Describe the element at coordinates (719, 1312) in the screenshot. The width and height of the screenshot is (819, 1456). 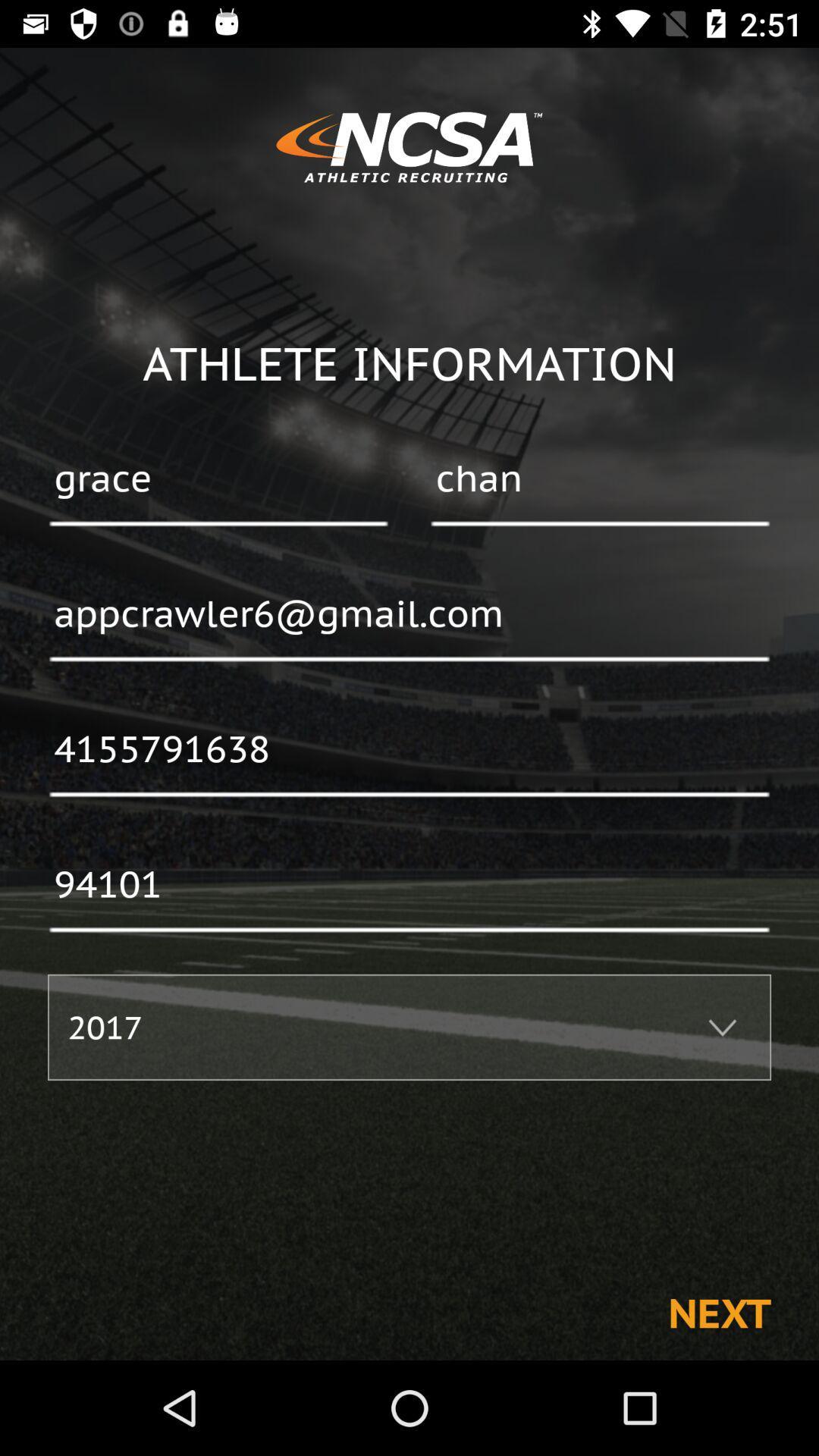
I see `the item below 2017 item` at that location.